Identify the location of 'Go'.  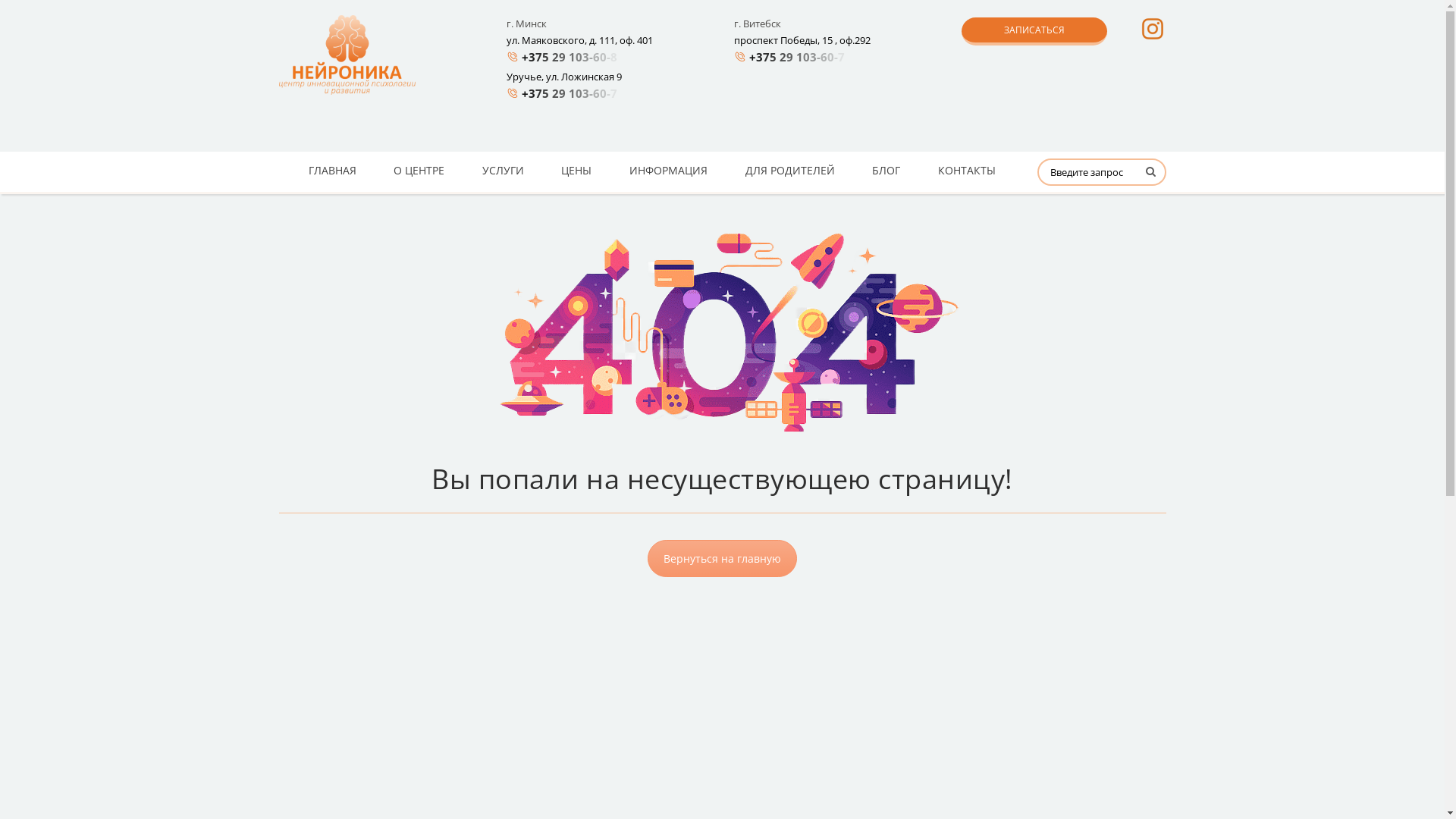
(1131, 177).